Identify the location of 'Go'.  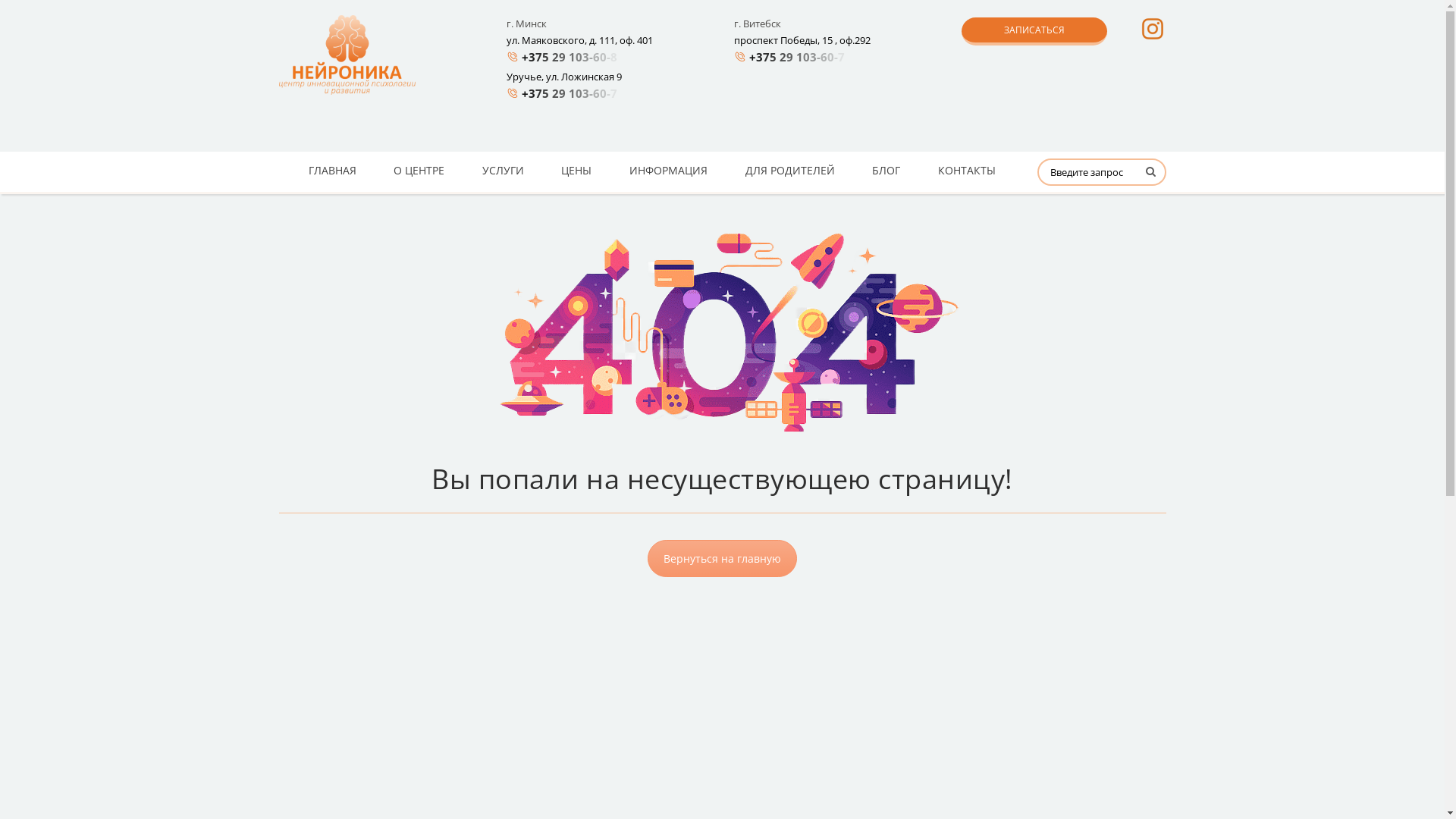
(1131, 177).